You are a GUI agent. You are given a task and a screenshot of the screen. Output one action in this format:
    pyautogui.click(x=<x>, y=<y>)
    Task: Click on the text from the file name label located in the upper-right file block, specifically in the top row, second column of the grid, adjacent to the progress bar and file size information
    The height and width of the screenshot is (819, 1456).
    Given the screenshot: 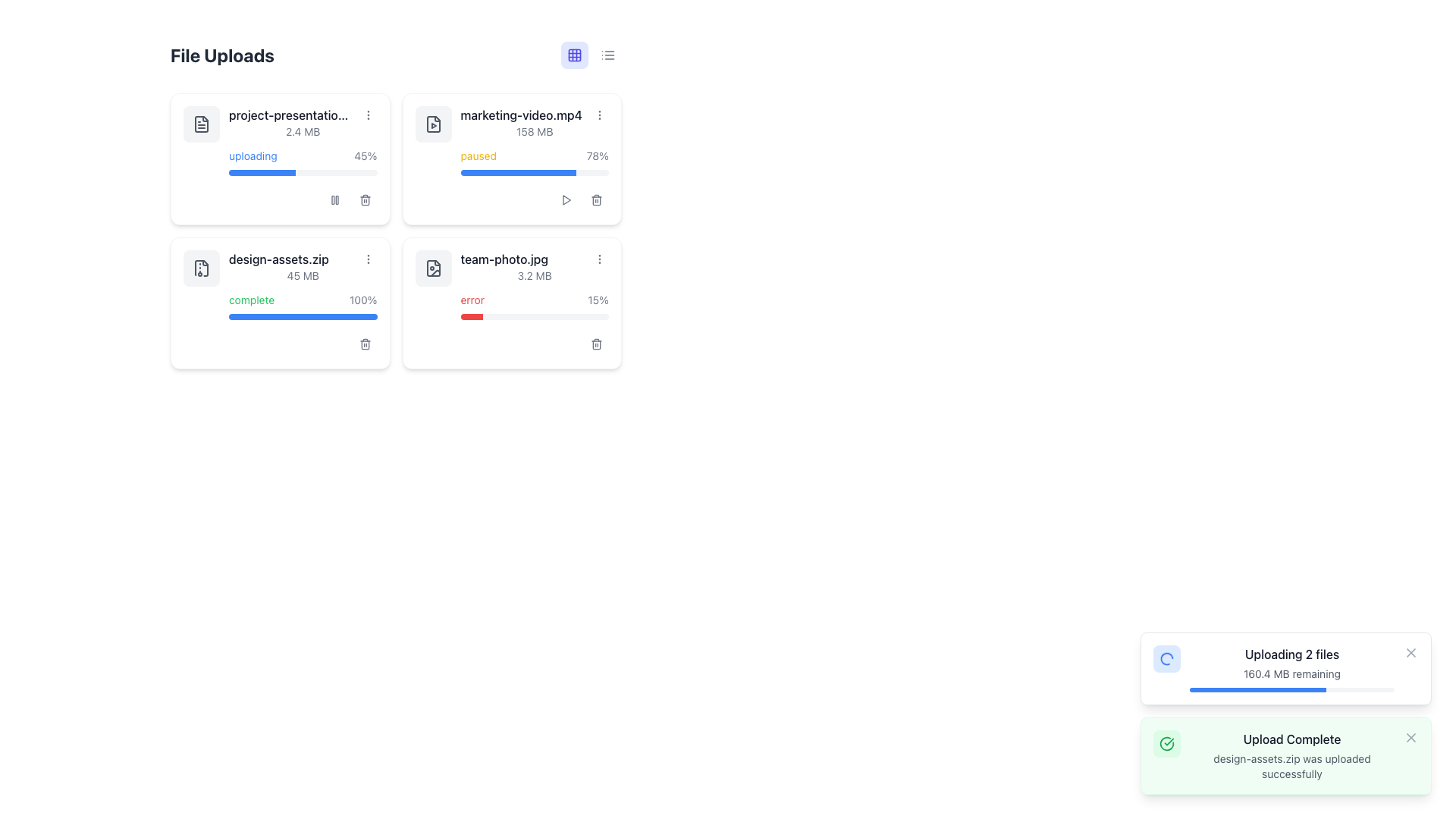 What is the action you would take?
    pyautogui.click(x=521, y=114)
    